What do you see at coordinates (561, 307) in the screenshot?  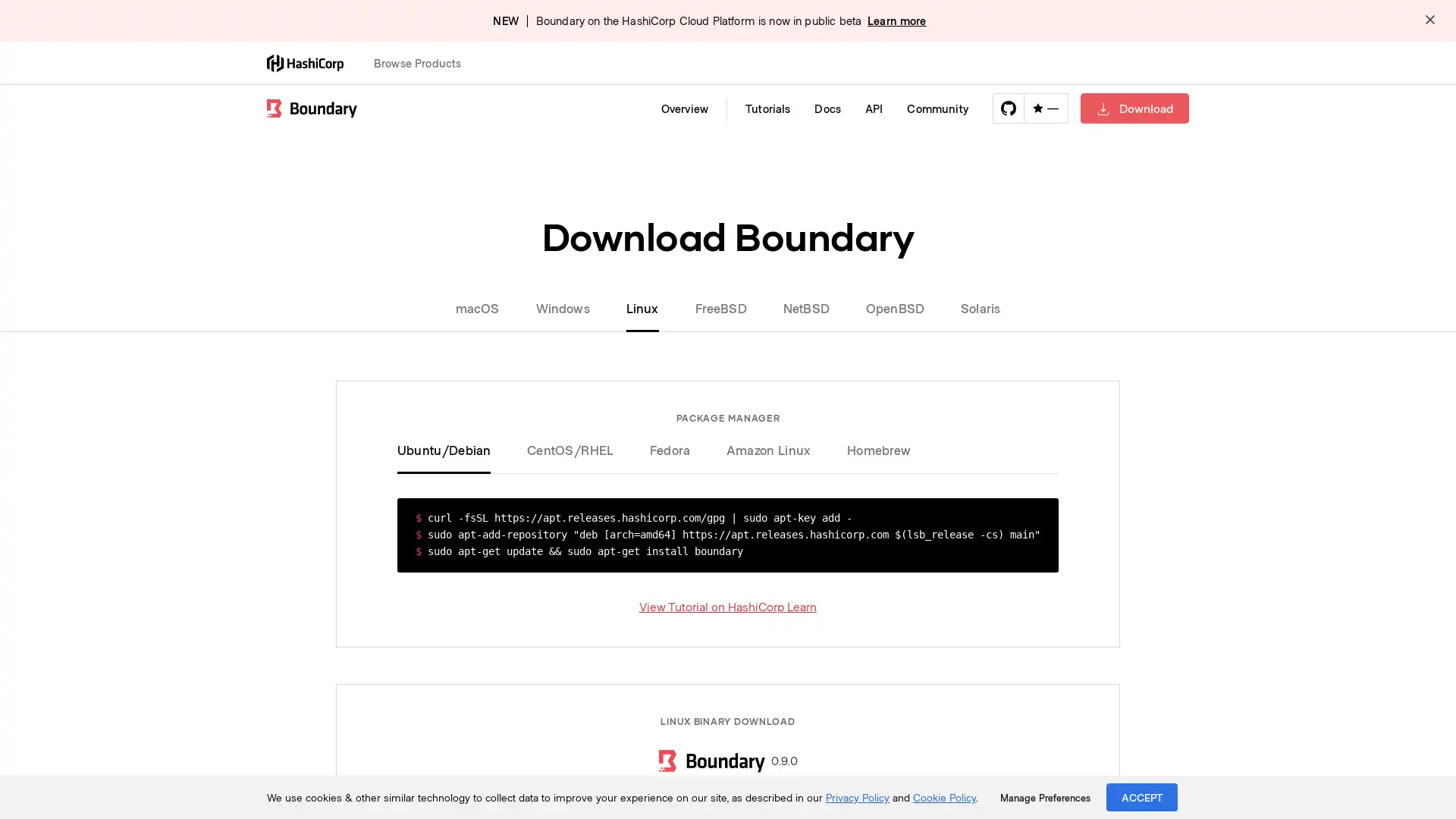 I see `Windows` at bounding box center [561, 307].